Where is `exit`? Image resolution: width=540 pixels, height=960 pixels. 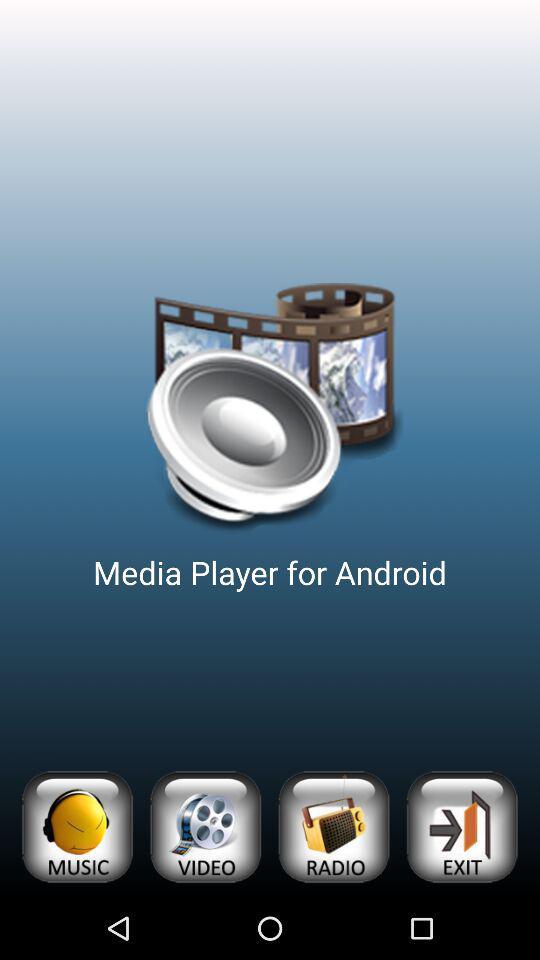
exit is located at coordinates (461, 827).